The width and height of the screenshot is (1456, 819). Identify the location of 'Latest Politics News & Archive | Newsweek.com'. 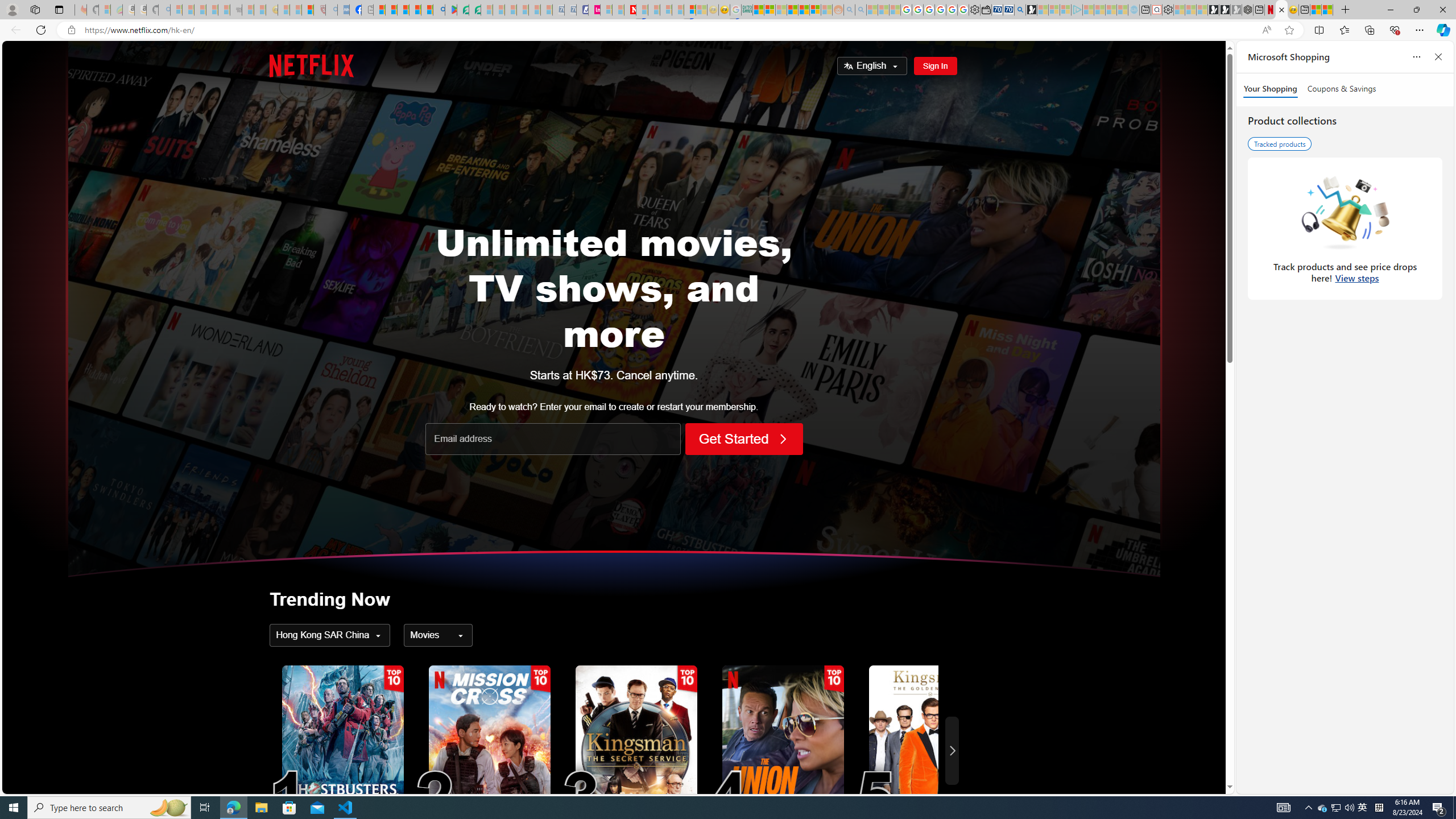
(629, 9).